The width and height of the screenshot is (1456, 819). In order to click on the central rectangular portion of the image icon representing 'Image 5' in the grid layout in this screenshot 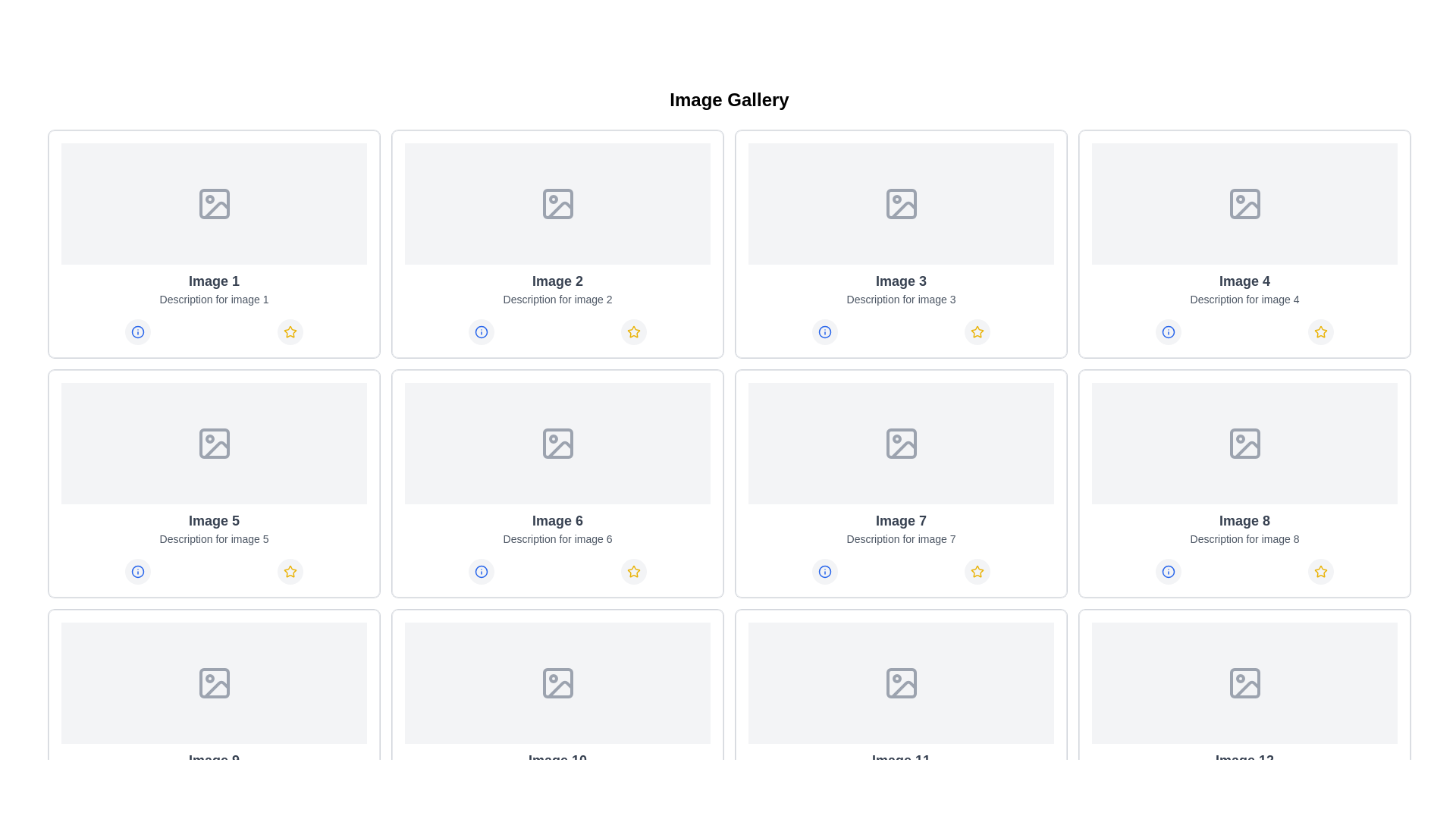, I will do `click(213, 444)`.